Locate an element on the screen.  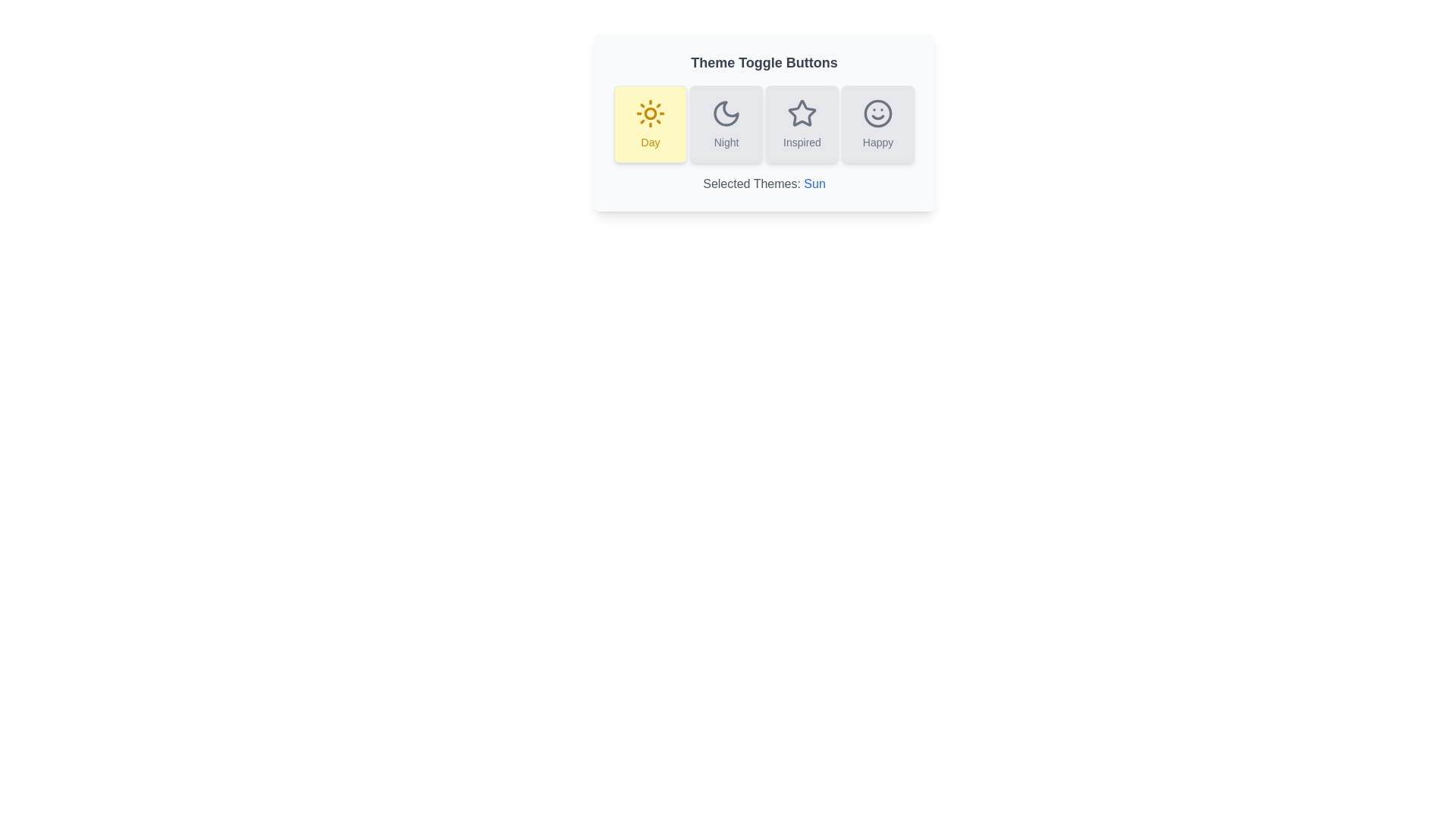
the text label displaying 'Day', which is located inside the leftmost square button with a yellow background and a sun icon above it is located at coordinates (651, 143).